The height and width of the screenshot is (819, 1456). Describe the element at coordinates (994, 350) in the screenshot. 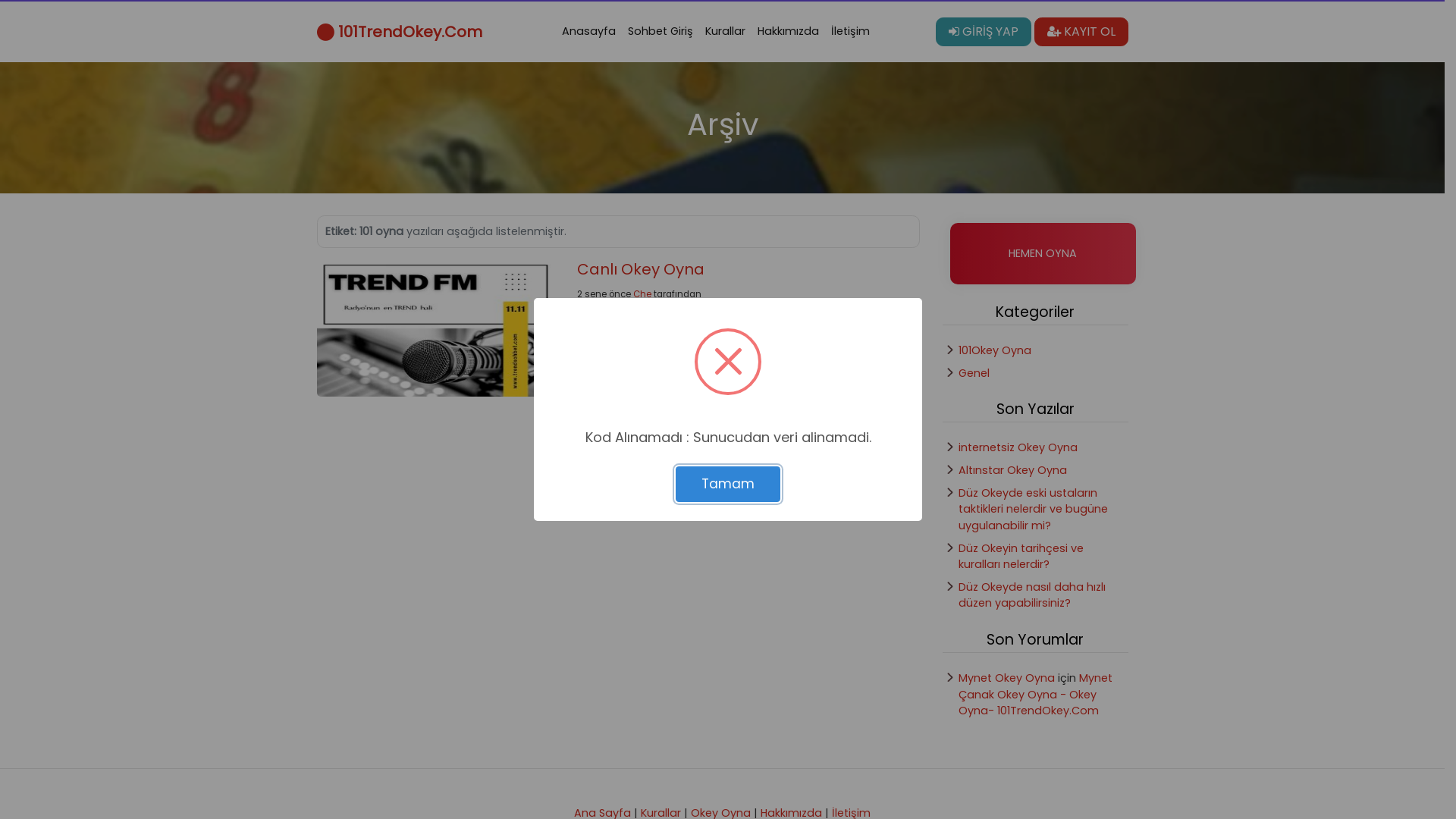

I see `'101Okey Oyna'` at that location.